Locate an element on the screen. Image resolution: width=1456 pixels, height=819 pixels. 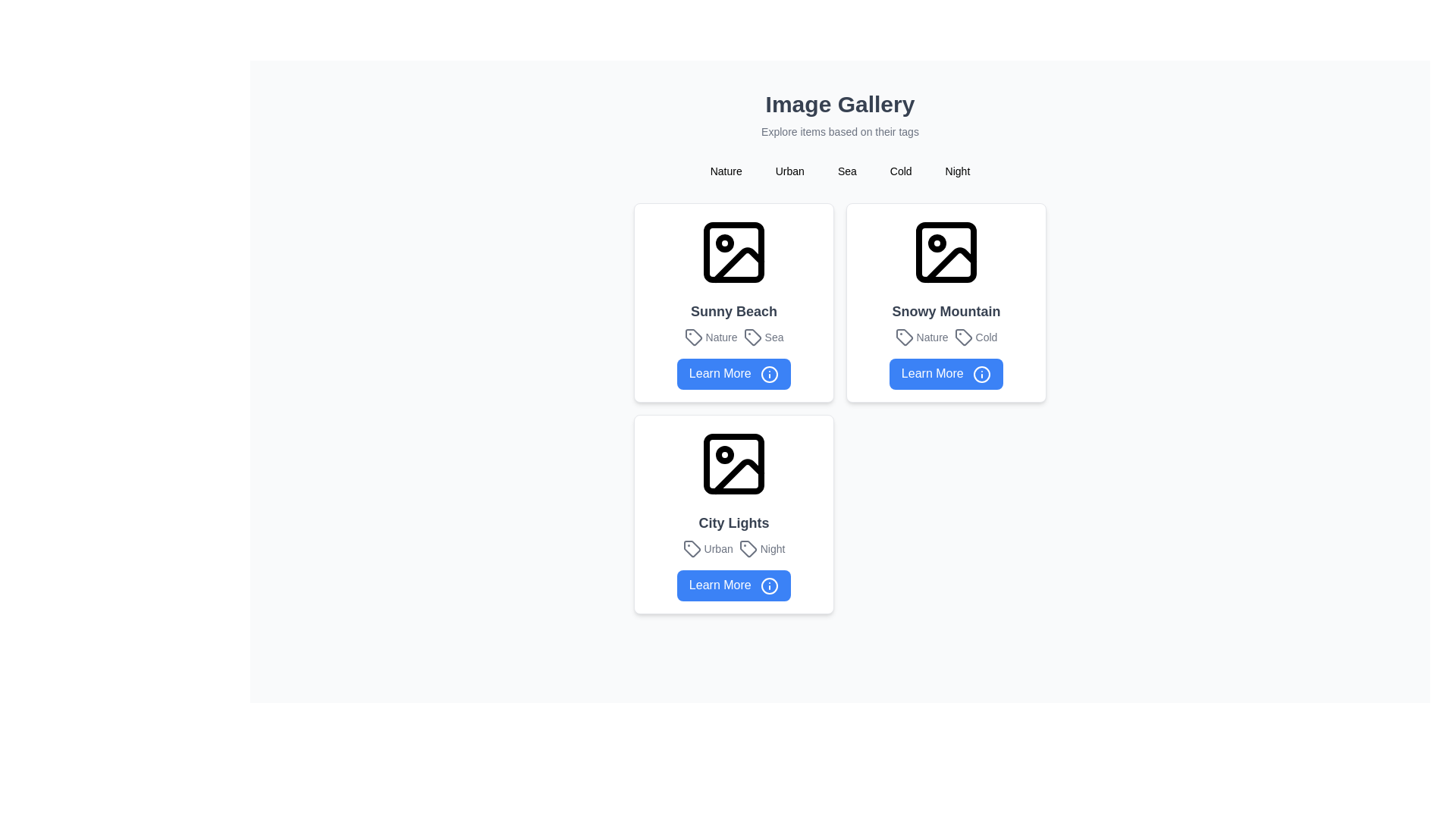
the pictorial icon of a landscape with a circle representing the sun or moon, located at the top-center of the 'Snowy Mountain' card is located at coordinates (946, 251).